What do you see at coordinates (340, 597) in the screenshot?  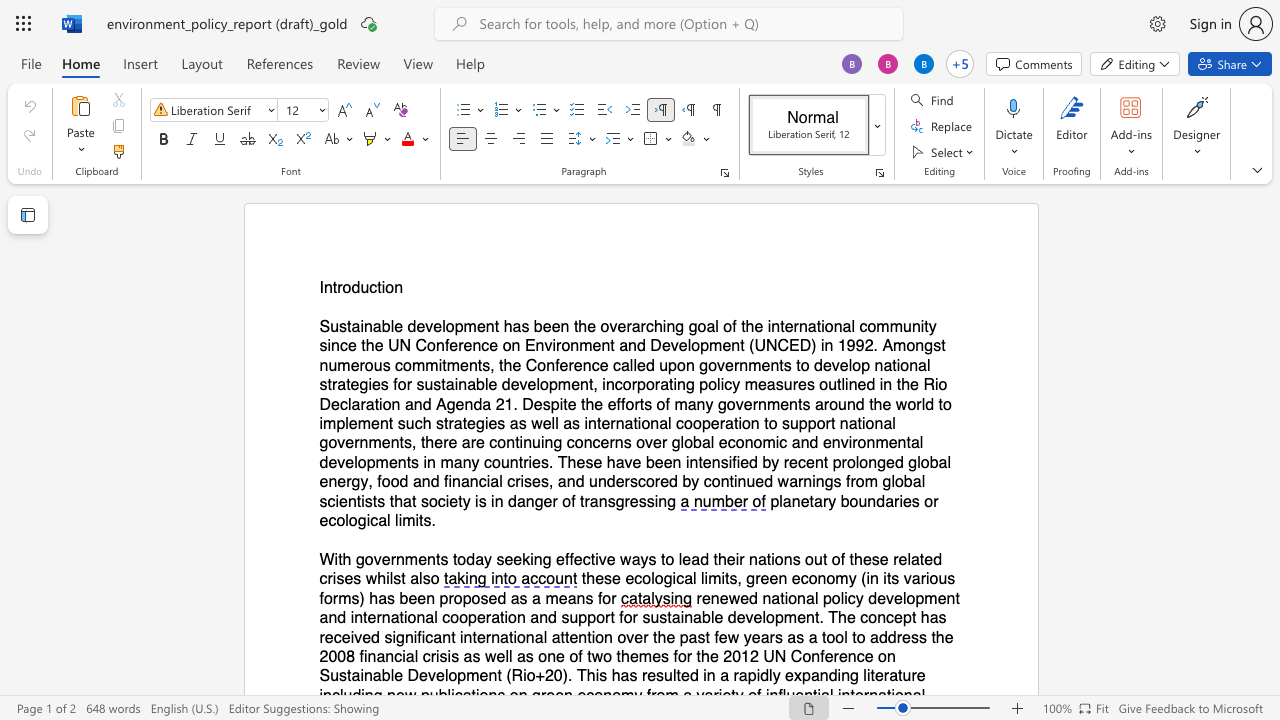 I see `the space between the continuous character "r" and "m" in the text` at bounding box center [340, 597].